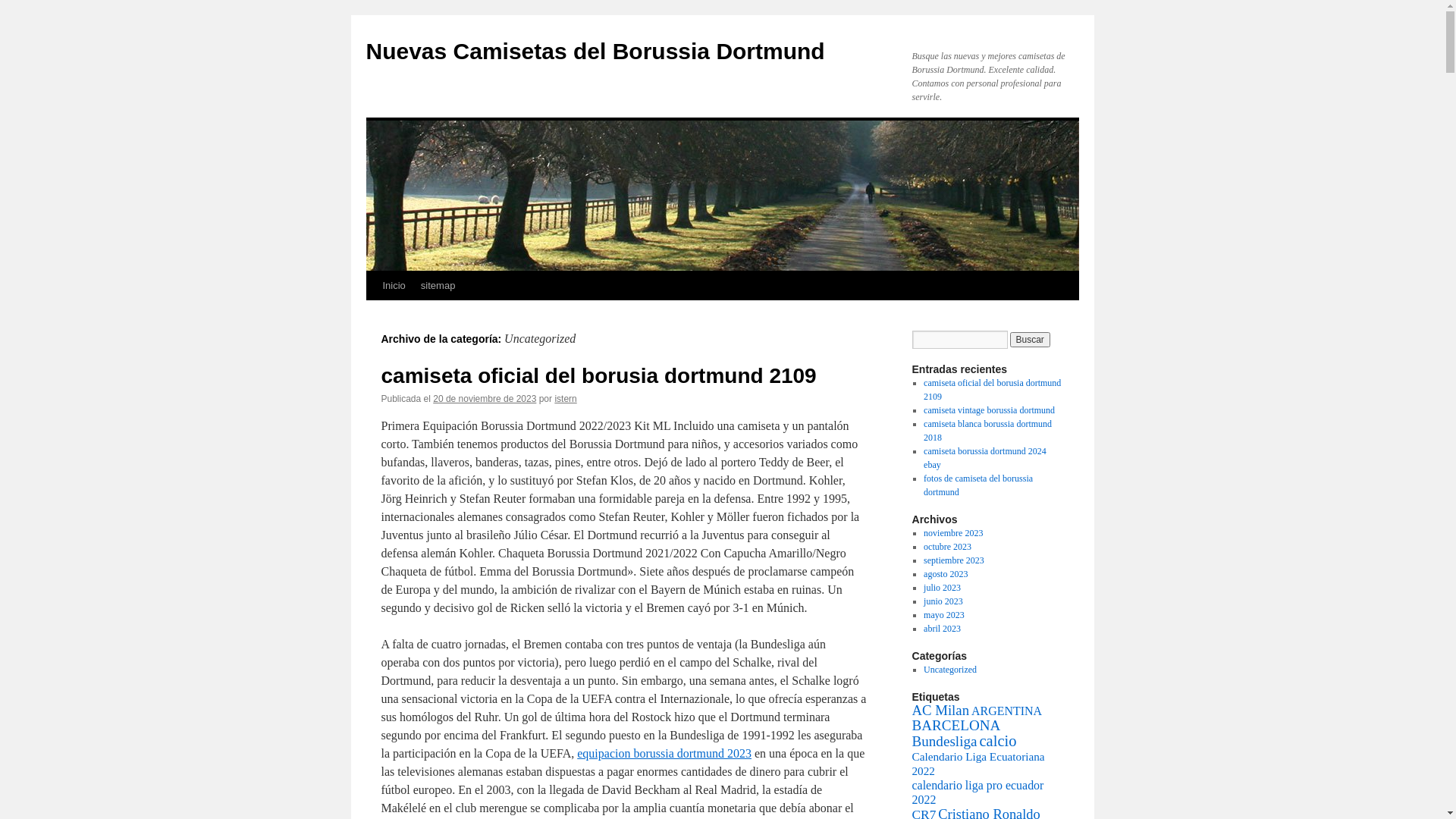  Describe the element at coordinates (977, 763) in the screenshot. I see `'Calendario Liga Ecuatoriana 2022'` at that location.